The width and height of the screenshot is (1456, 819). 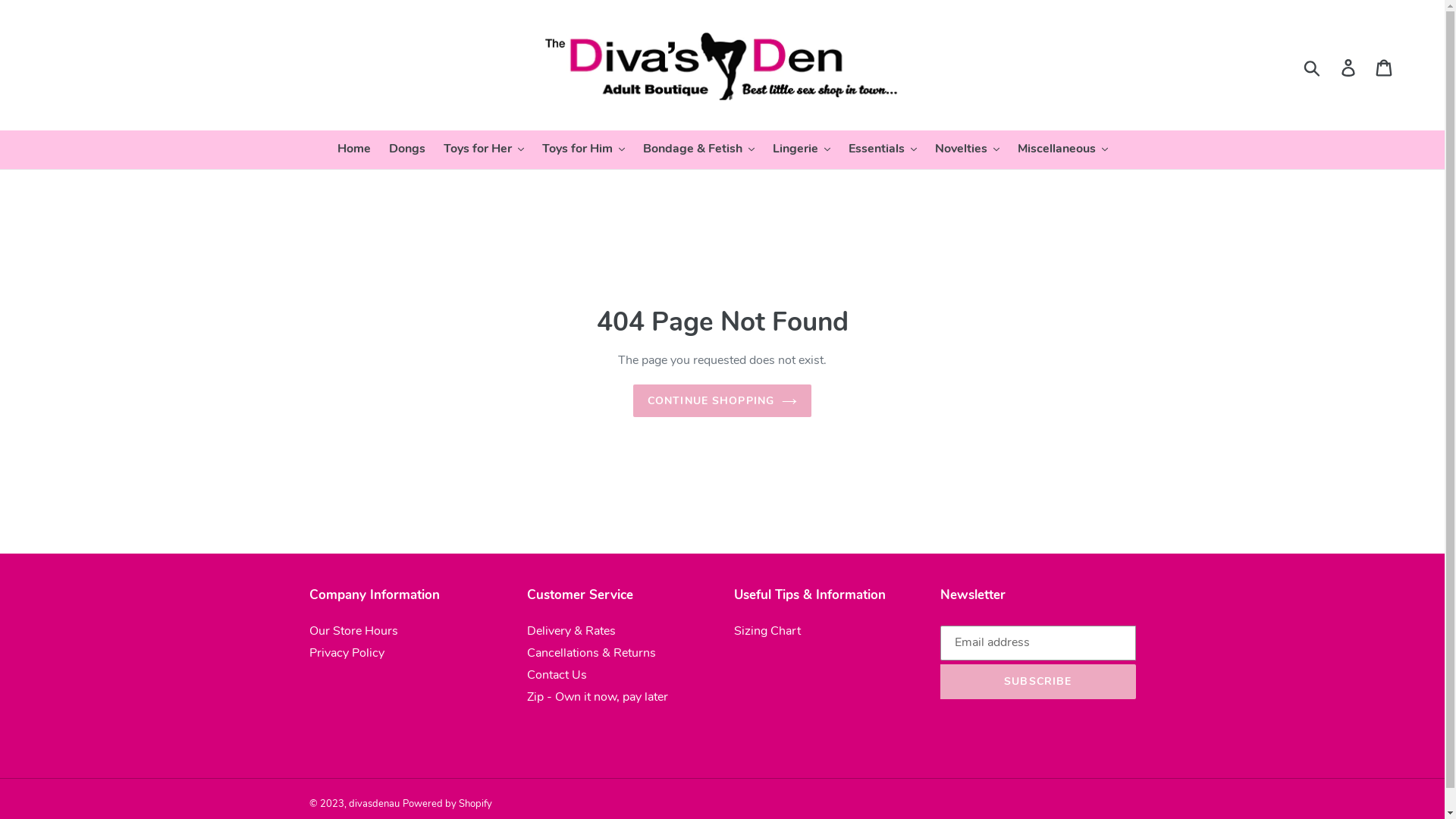 What do you see at coordinates (1385, 66) in the screenshot?
I see `'Cart'` at bounding box center [1385, 66].